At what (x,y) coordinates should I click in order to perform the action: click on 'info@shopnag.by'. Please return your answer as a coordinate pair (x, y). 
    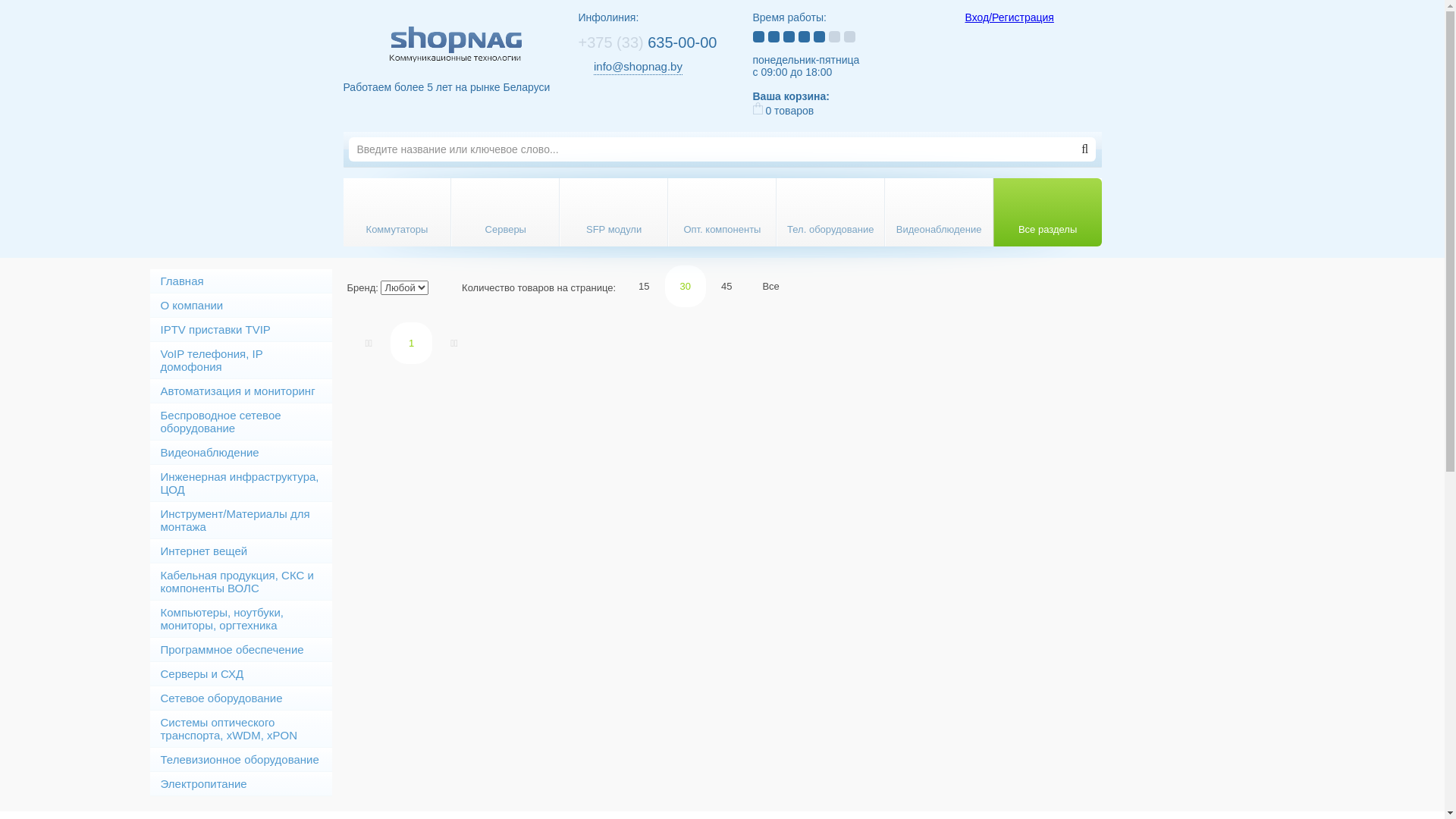
    Looking at the image, I should click on (592, 66).